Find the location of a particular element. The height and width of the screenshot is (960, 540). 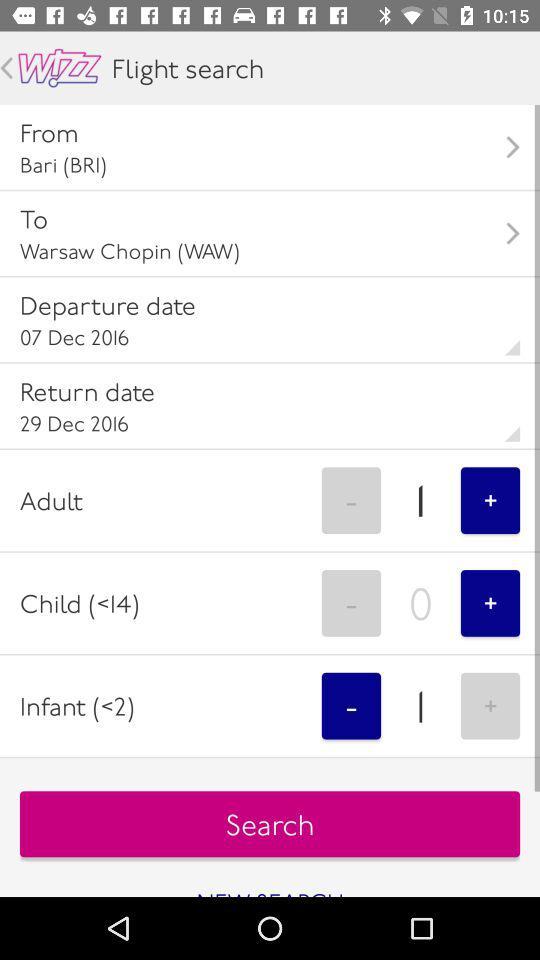

home is located at coordinates (59, 68).